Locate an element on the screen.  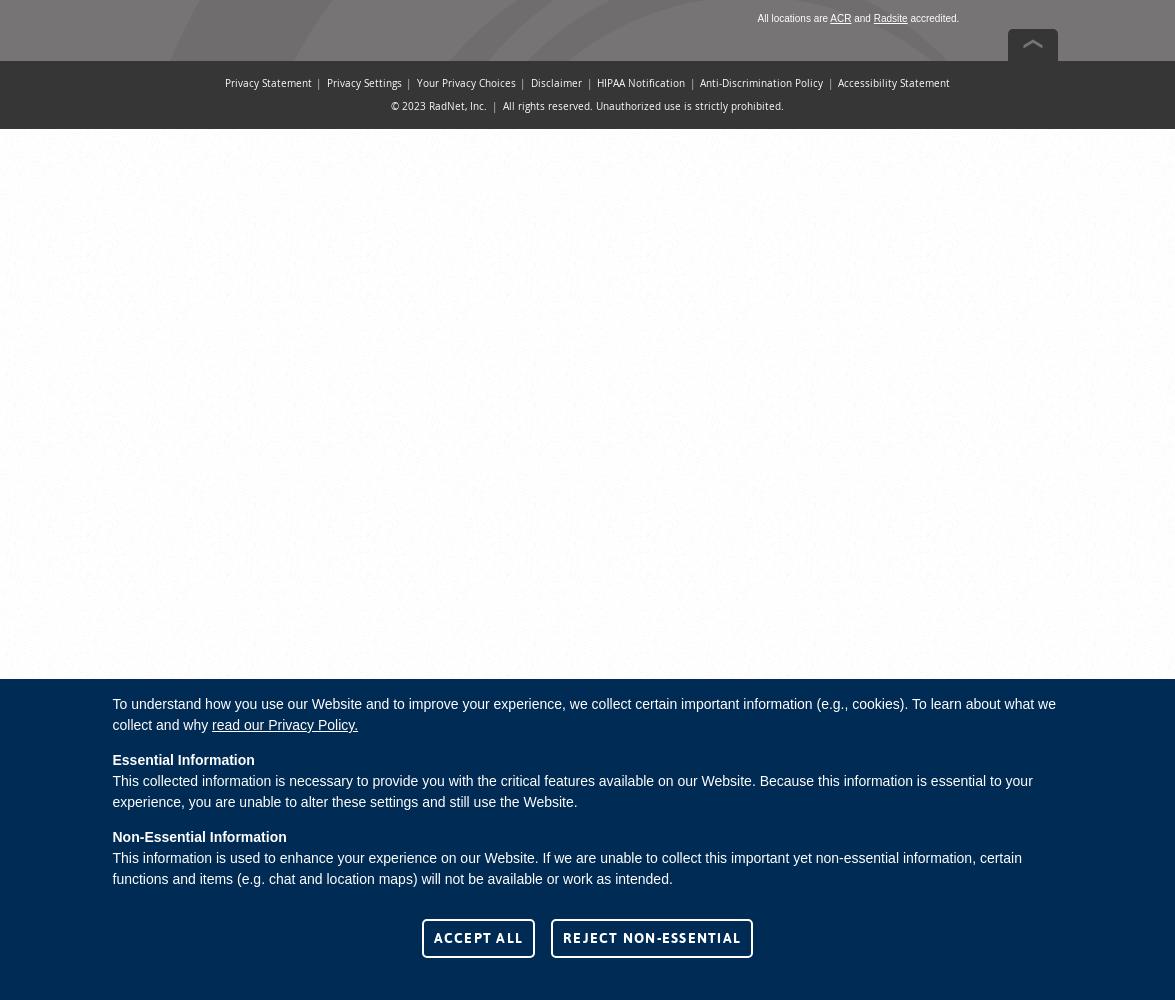
'Non-Essential Information' is located at coordinates (199, 836).